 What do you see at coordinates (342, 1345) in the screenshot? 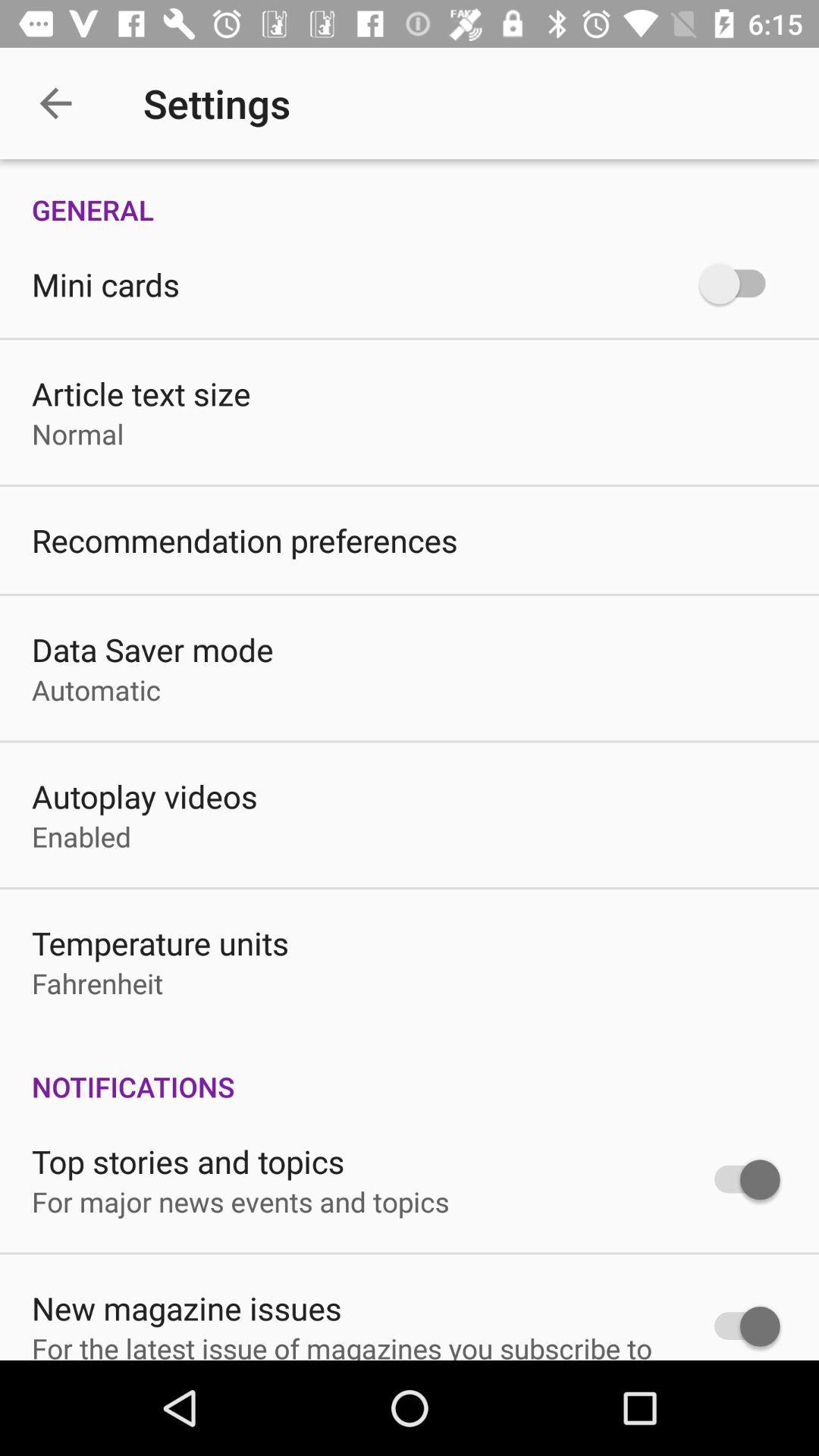
I see `icon below the new magazine issues icon` at bounding box center [342, 1345].